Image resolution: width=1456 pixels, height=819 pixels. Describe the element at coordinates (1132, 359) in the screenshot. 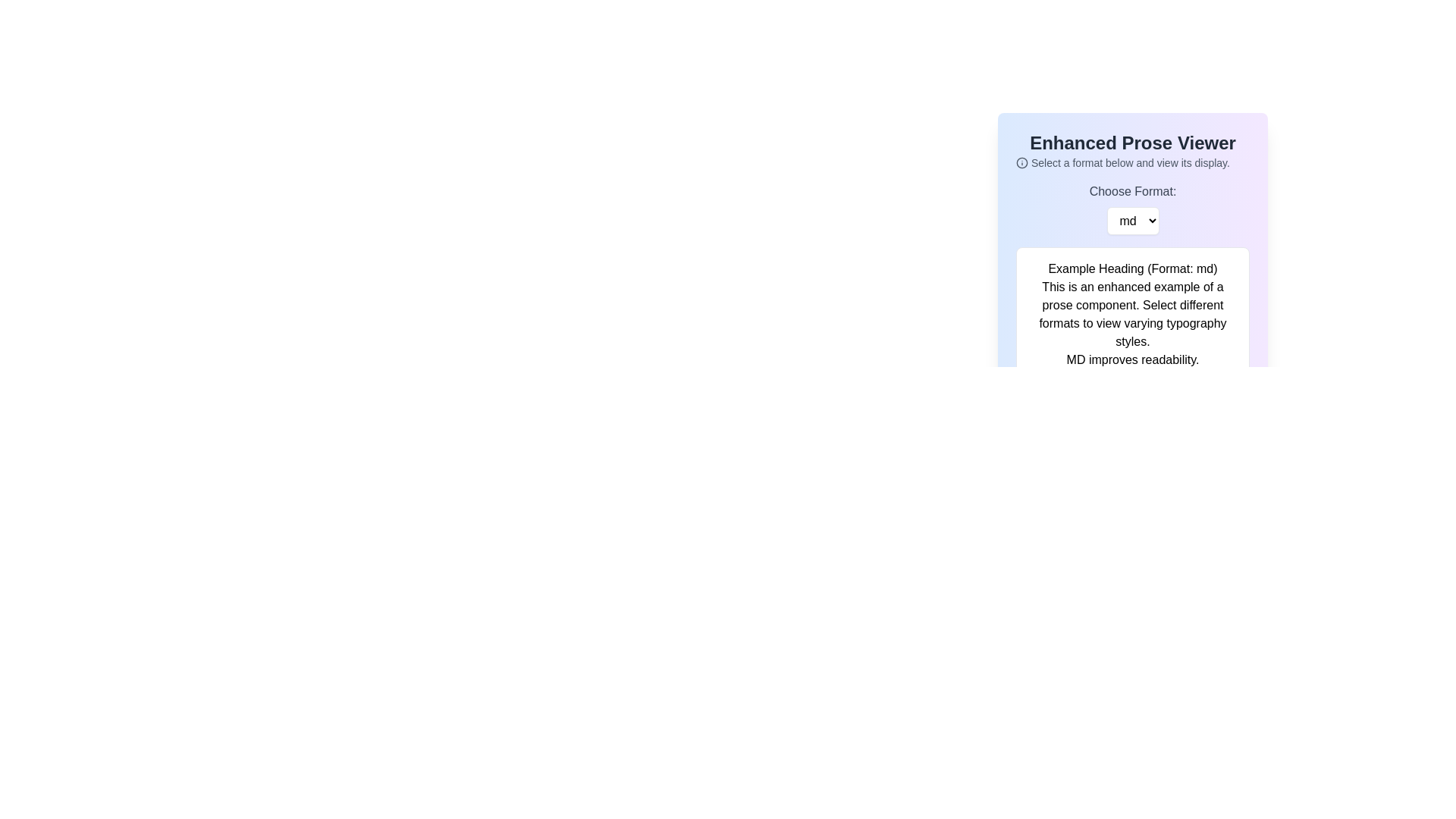

I see `text display that reads 'MD improves readability.' which is styled in black text on a white background, positioned below a block of descriptive text` at that location.